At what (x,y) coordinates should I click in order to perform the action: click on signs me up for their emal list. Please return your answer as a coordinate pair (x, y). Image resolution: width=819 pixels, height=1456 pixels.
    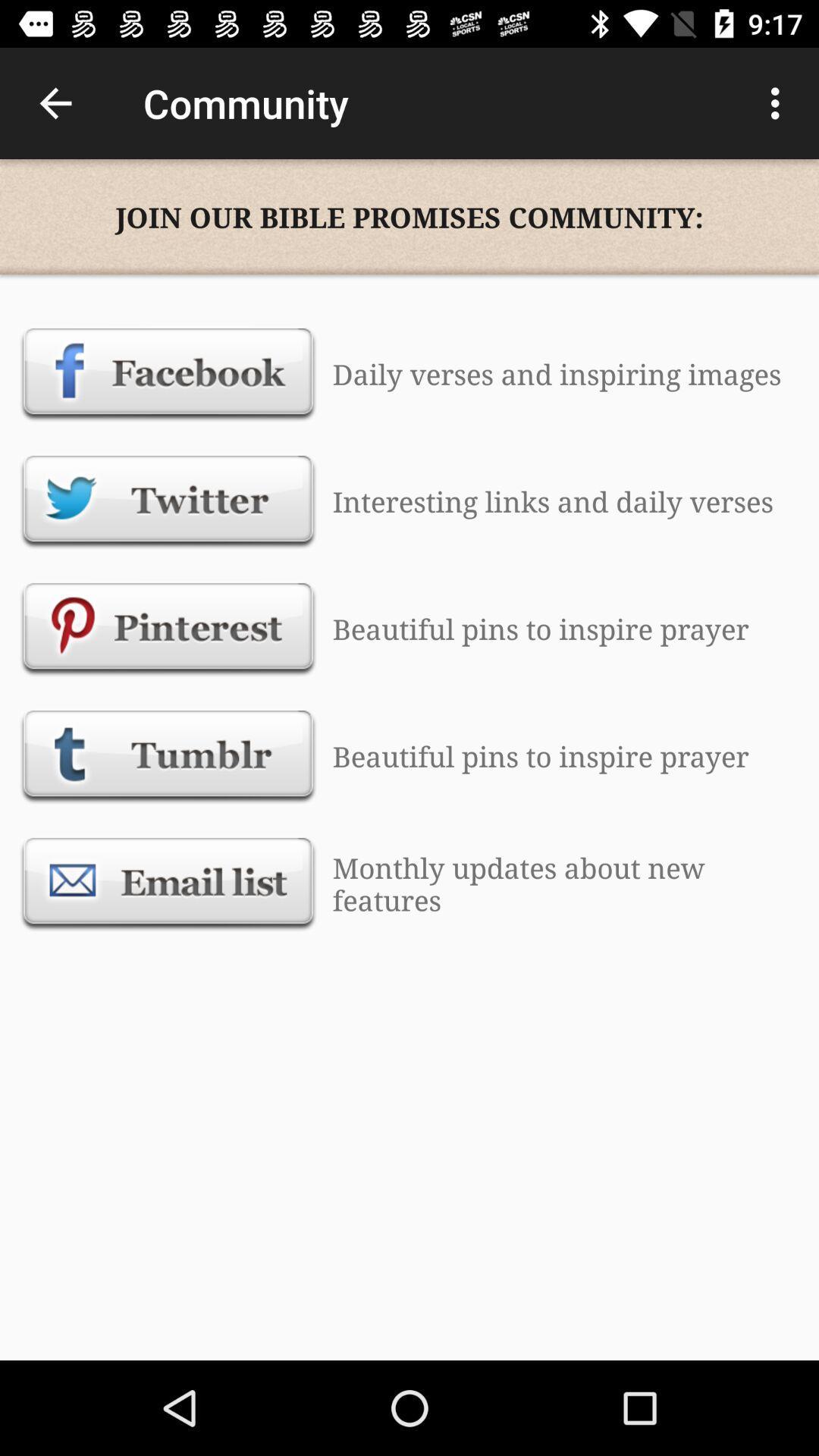
    Looking at the image, I should click on (168, 883).